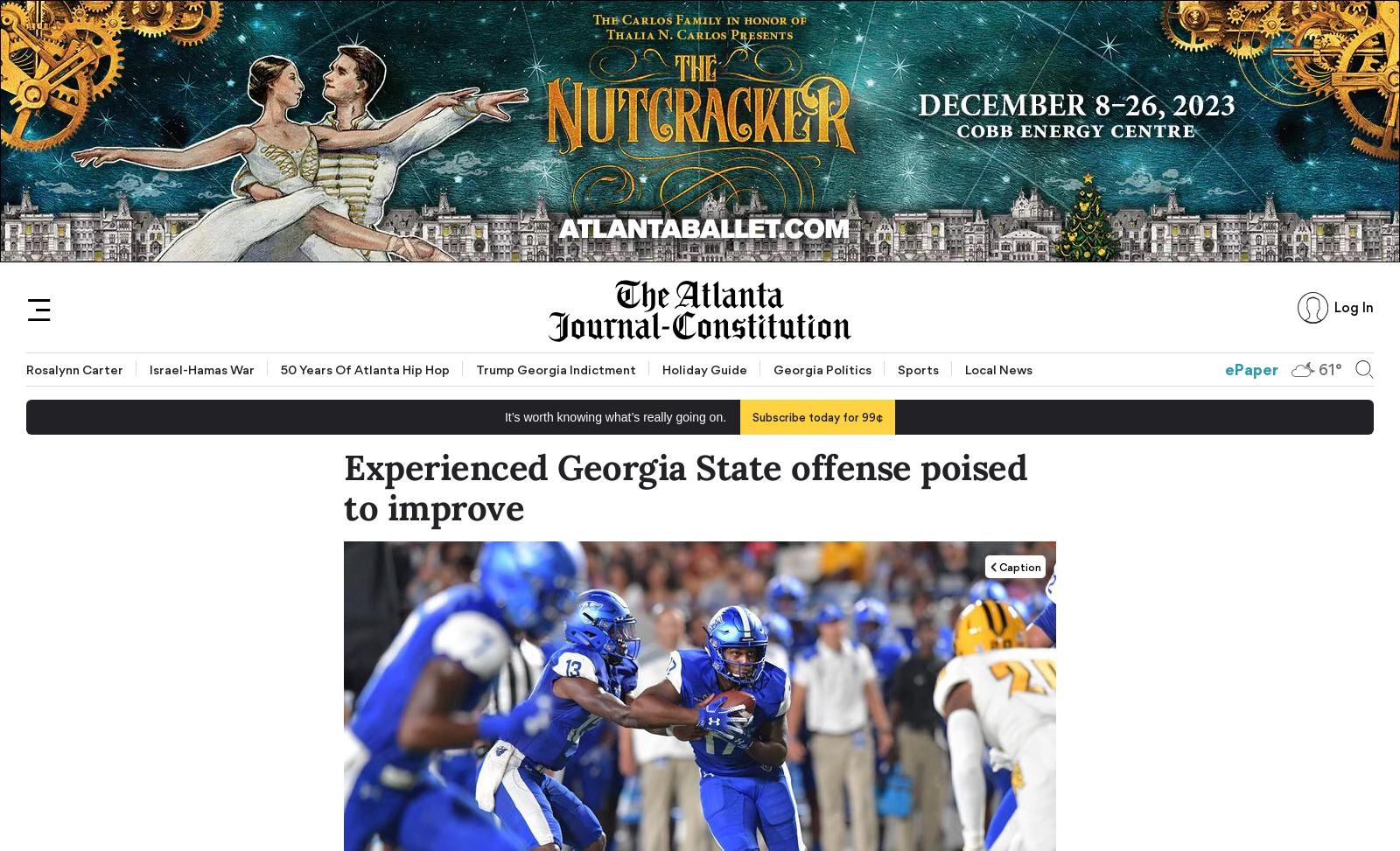 Image resolution: width=1400 pixels, height=851 pixels. Describe the element at coordinates (703, 369) in the screenshot. I see `'Holiday Guide'` at that location.